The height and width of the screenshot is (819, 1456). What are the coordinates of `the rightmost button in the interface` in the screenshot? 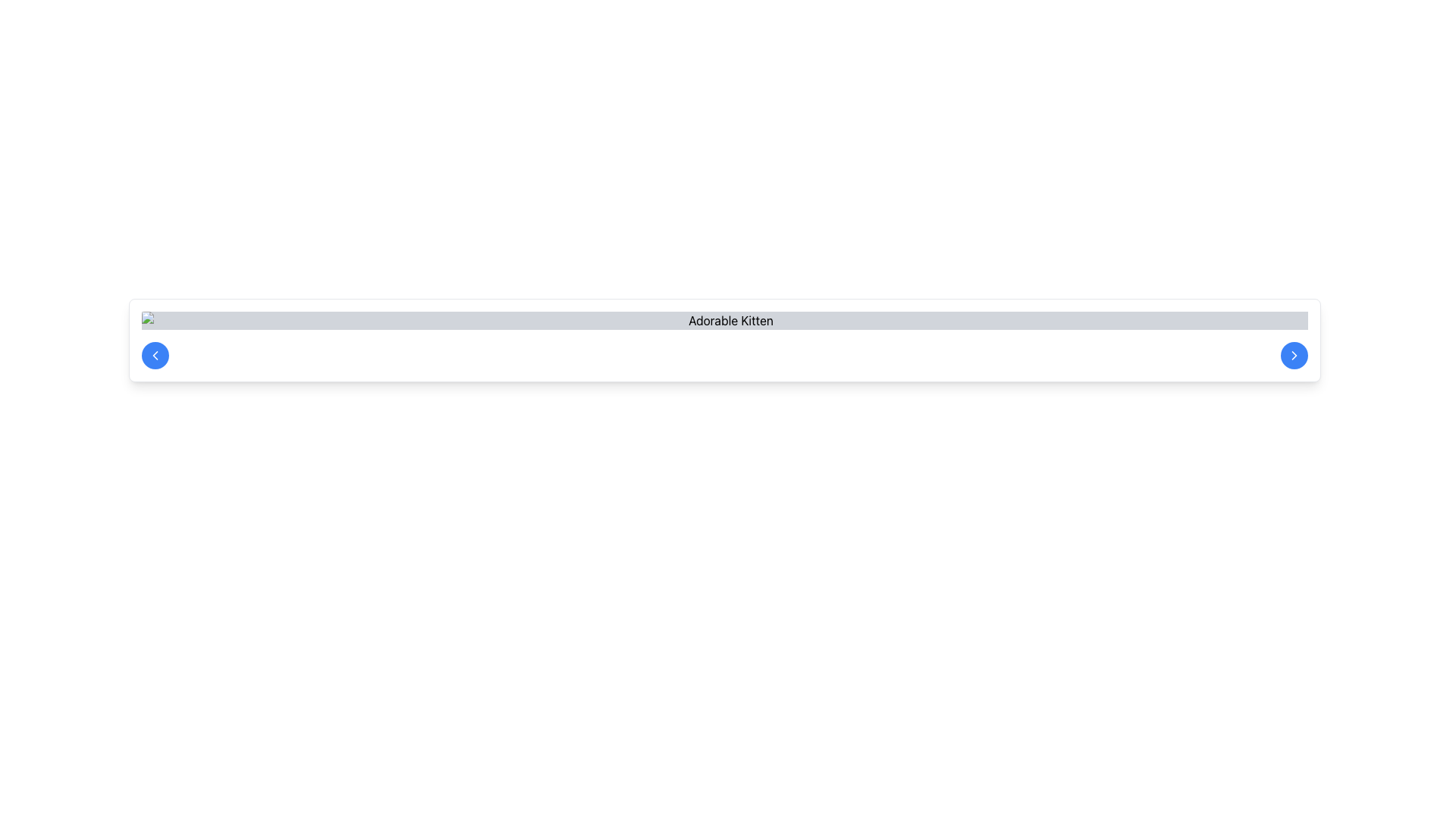 It's located at (1294, 356).